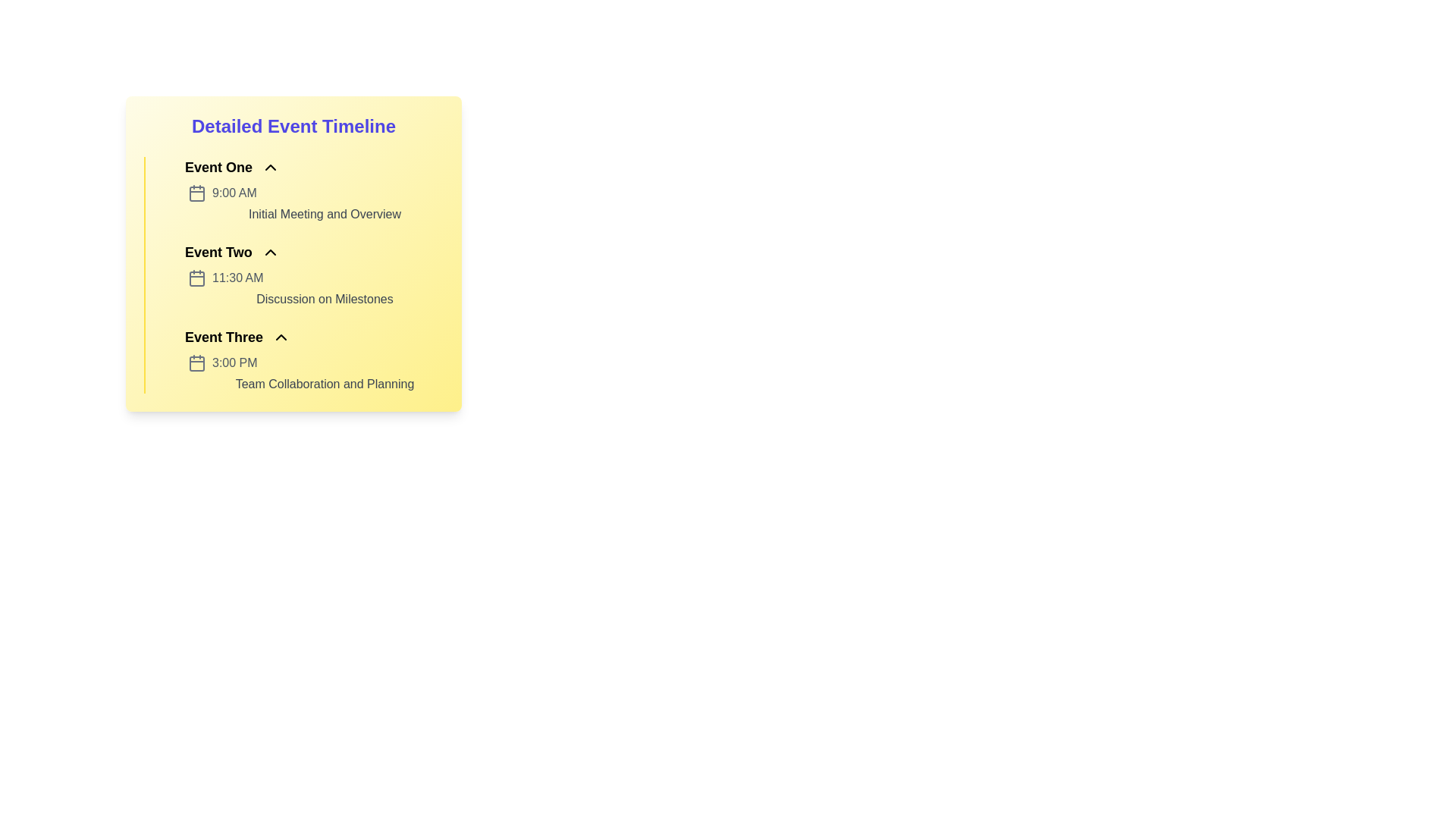 The width and height of the screenshot is (1456, 819). I want to click on the Event detail block containing the time '11:30 AM' and description 'Discussion on Milestones' to associate it with the Event Two section, so click(315, 289).